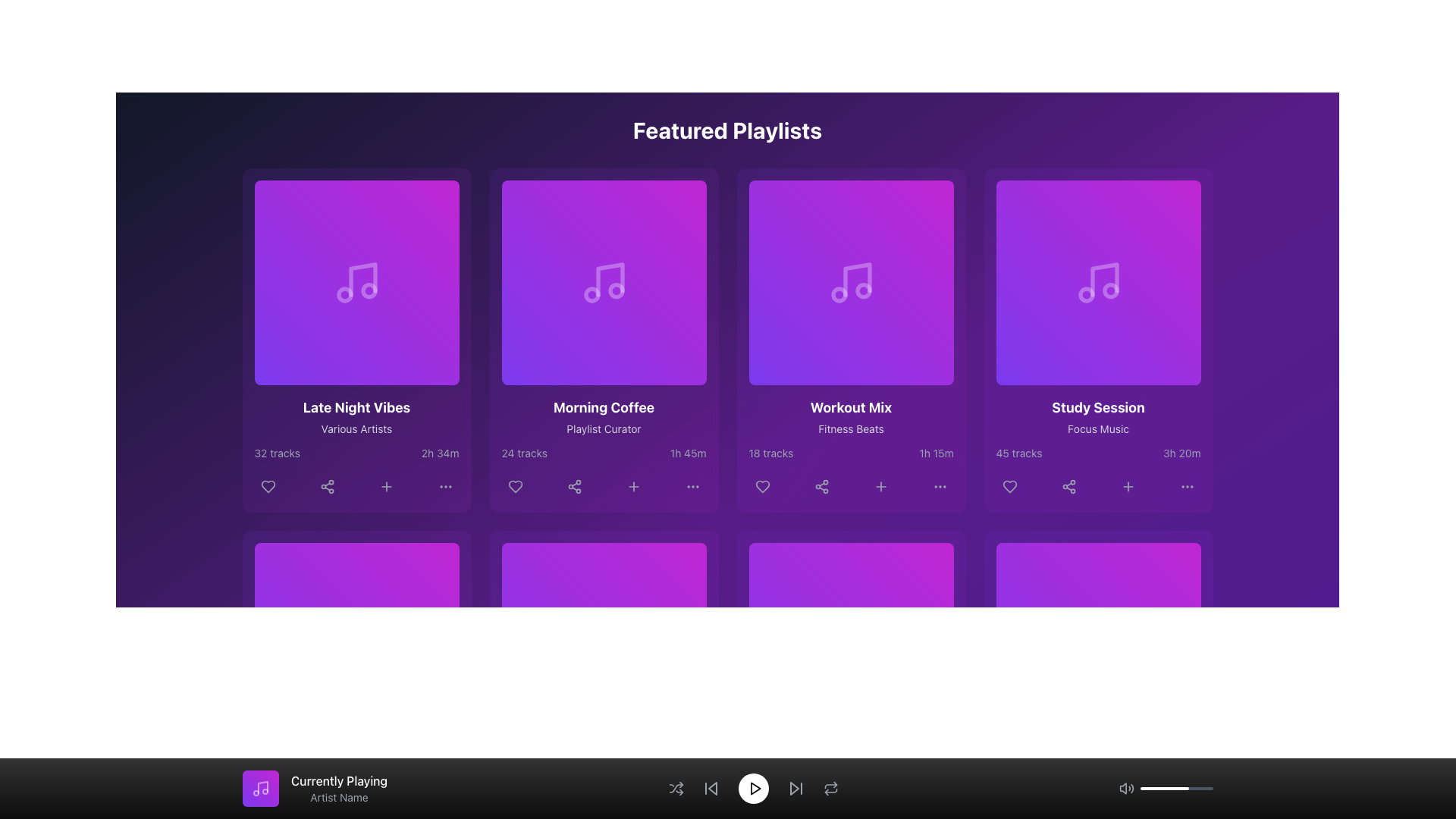  What do you see at coordinates (851, 283) in the screenshot?
I see `the music playlist icon located in the third card from the left in the 'Featured Playlists' section, which is centered in a purple gradient background` at bounding box center [851, 283].